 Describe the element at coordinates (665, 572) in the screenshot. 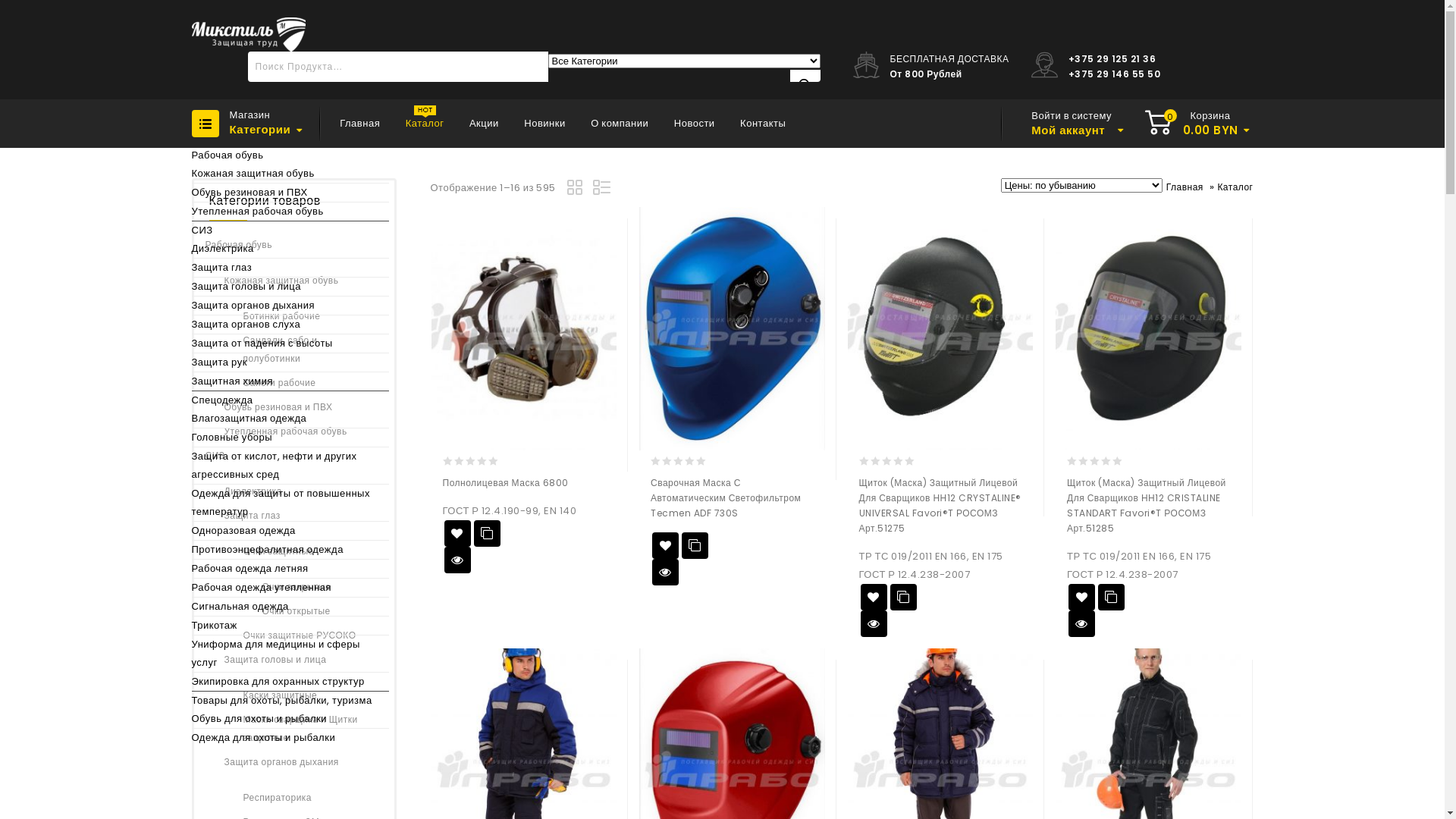

I see `'QUICK VIEW'` at that location.